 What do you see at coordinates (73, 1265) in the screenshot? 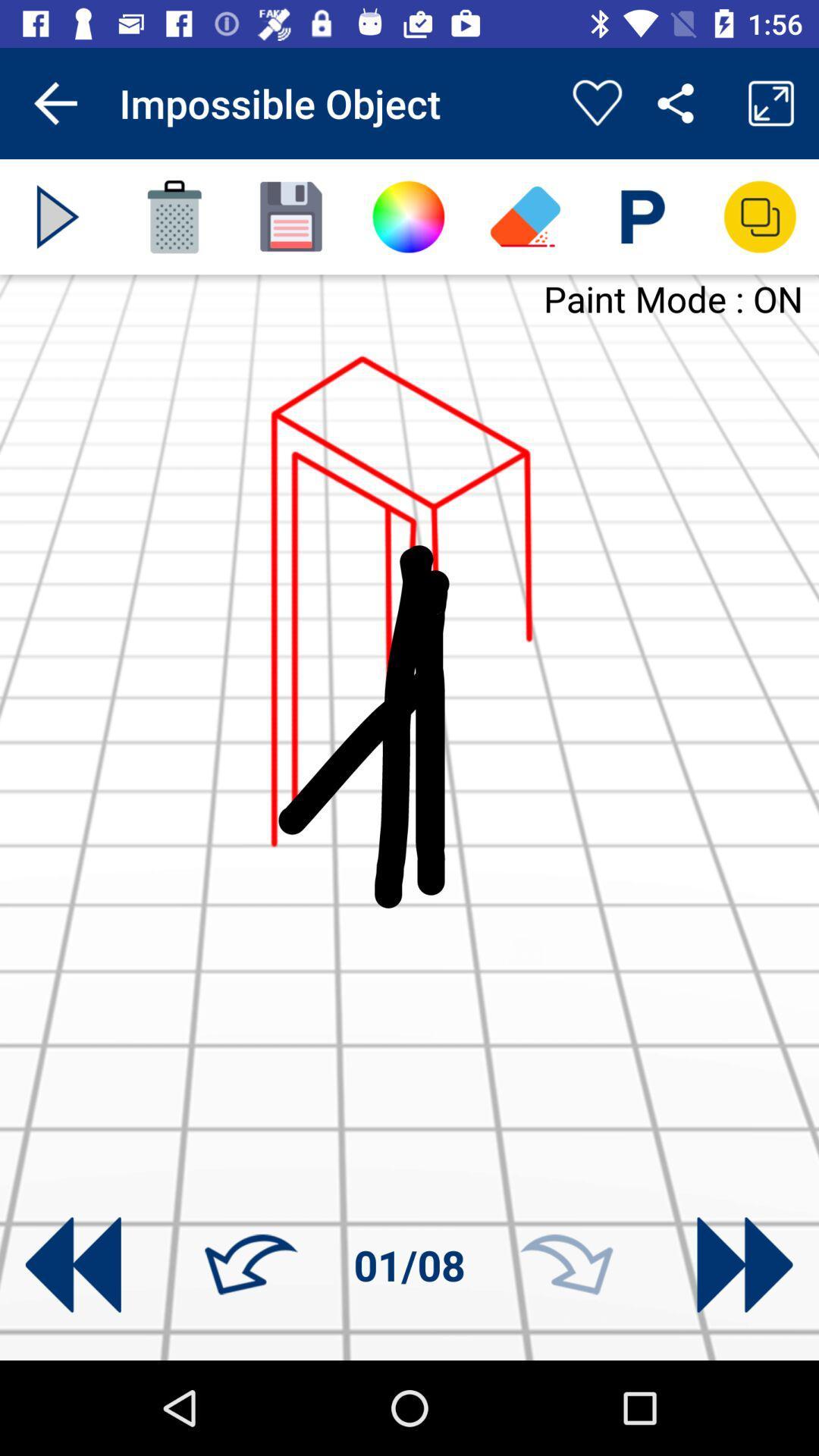
I see `the av_rewind icon` at bounding box center [73, 1265].